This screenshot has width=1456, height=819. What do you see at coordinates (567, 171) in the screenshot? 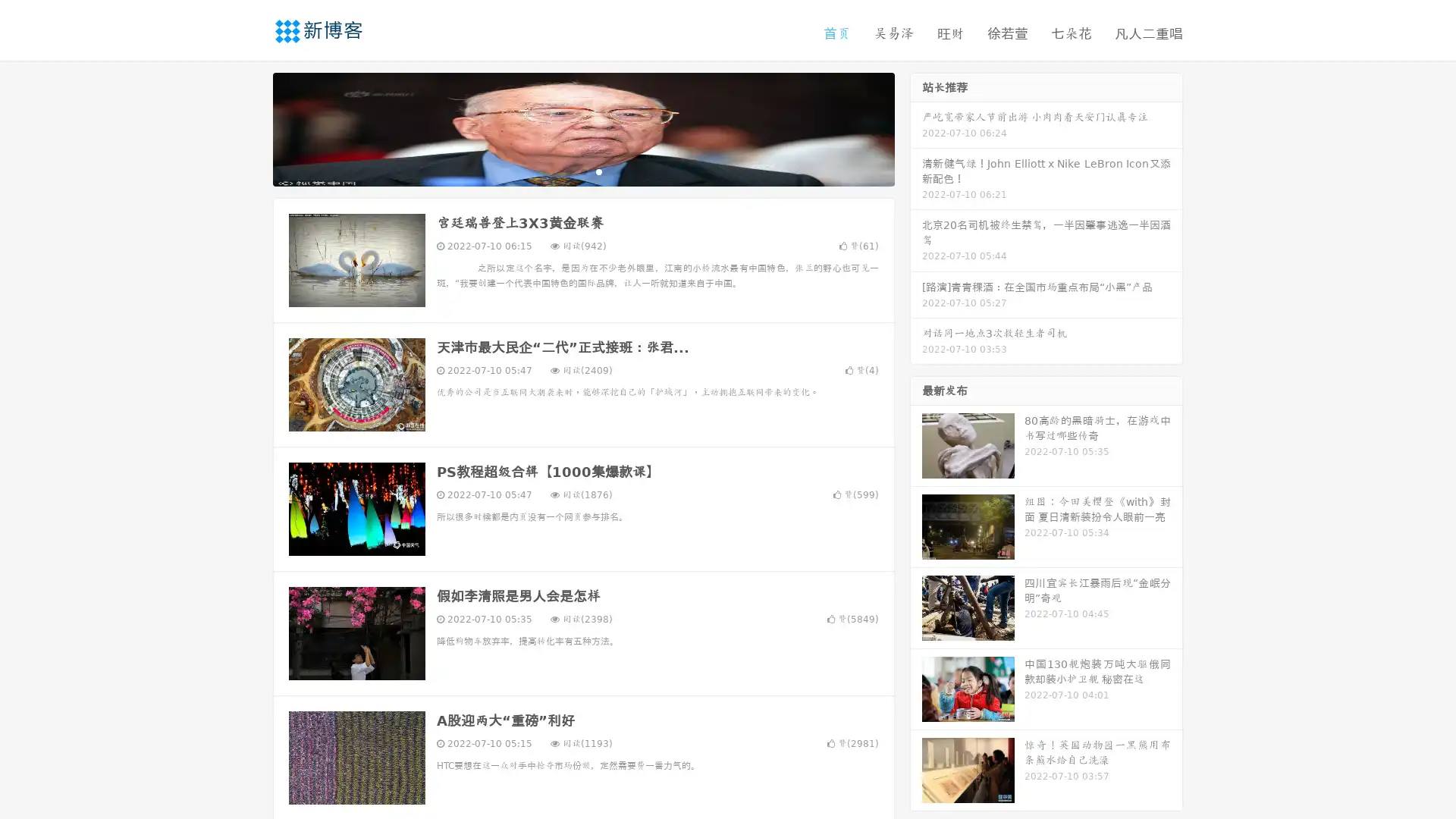
I see `Go to slide 1` at bounding box center [567, 171].